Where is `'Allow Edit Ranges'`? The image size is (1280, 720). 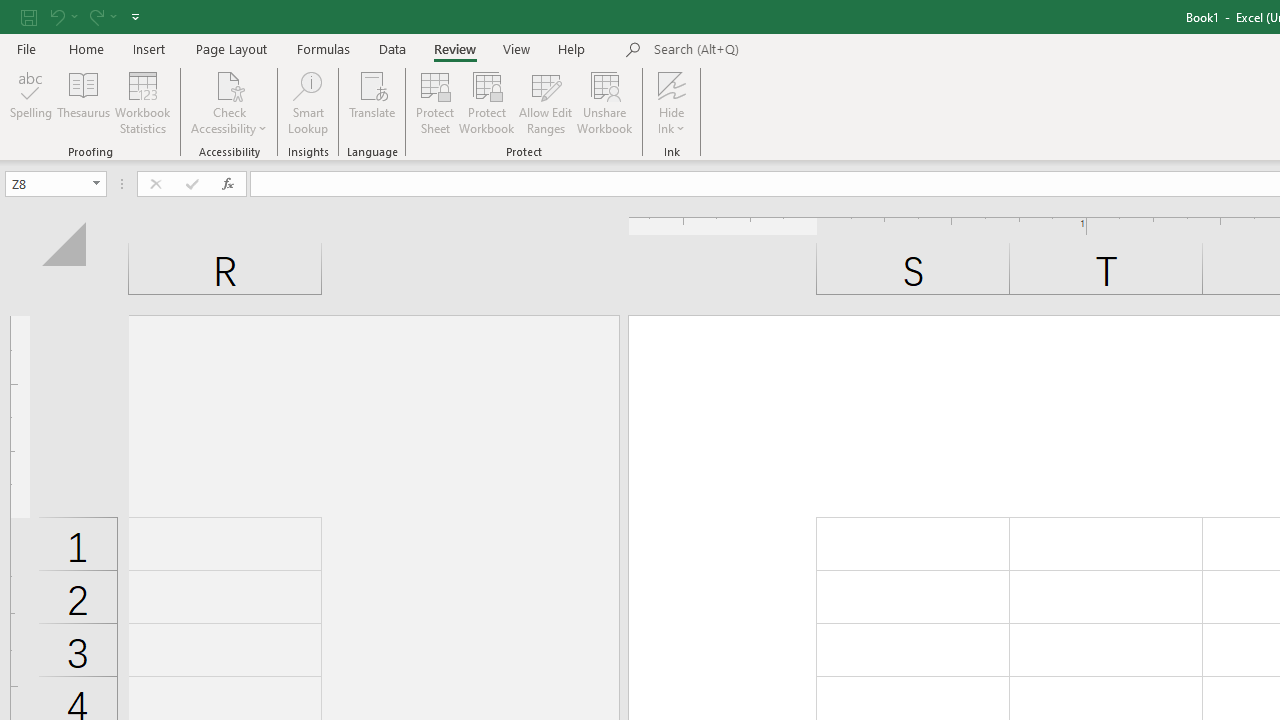
'Allow Edit Ranges' is located at coordinates (545, 103).